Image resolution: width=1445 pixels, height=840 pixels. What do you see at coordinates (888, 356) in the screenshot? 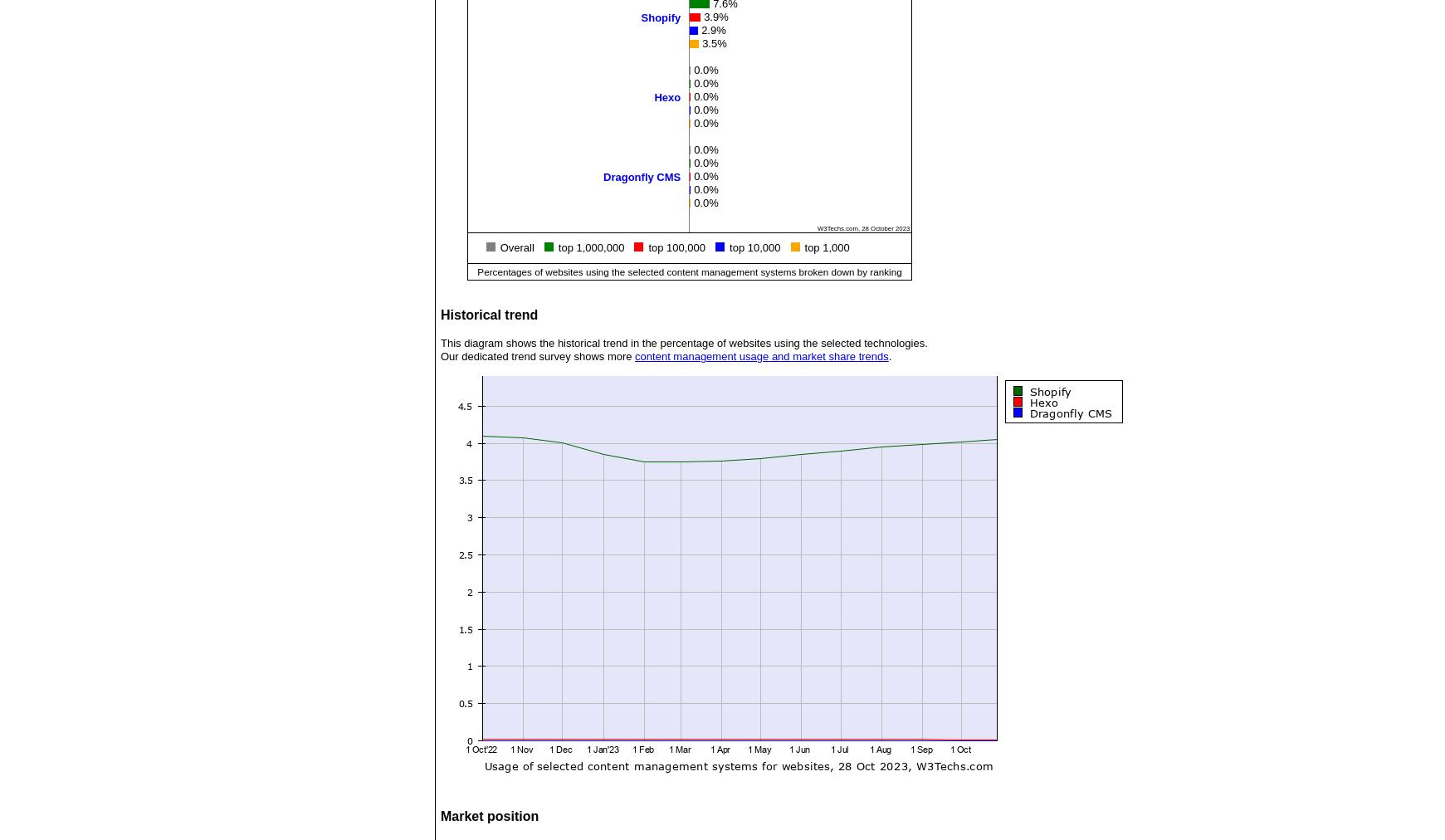
I see `'.'` at bounding box center [888, 356].